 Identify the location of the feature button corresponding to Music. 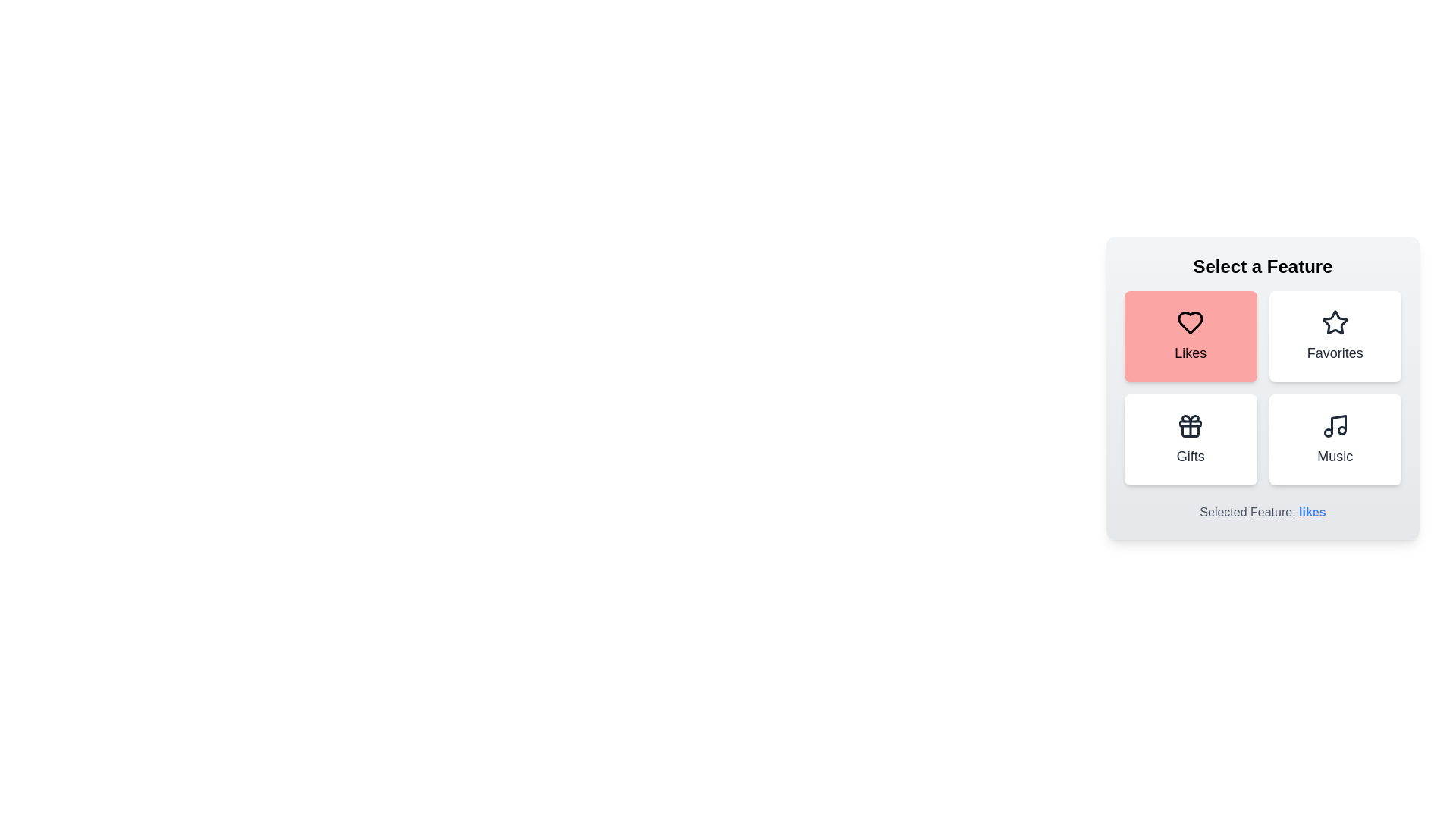
(1335, 439).